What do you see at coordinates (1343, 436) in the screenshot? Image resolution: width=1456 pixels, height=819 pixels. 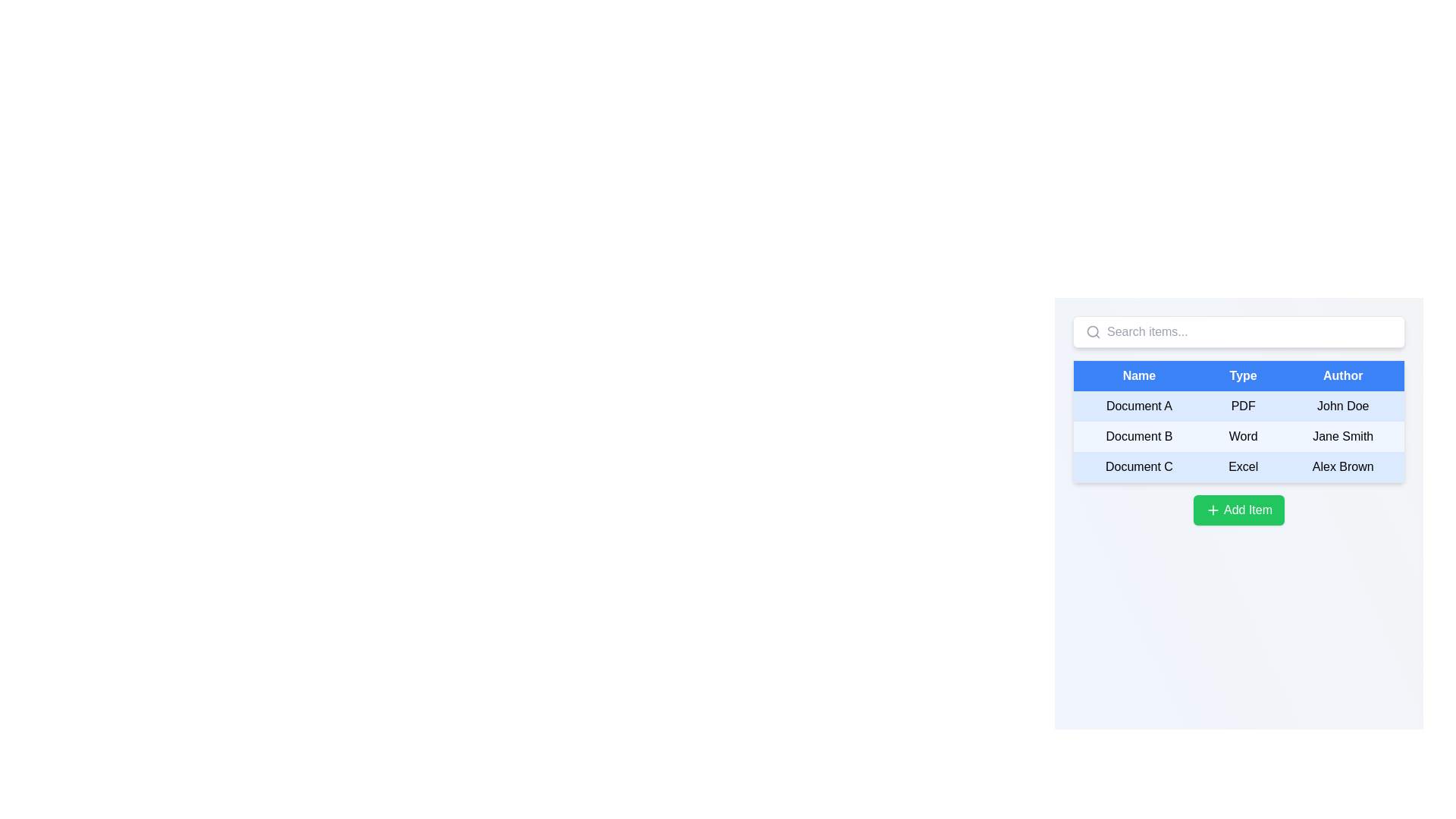 I see `the text displaying the author associated with 'Document B' in the second row of the table under the 'Author' heading` at bounding box center [1343, 436].